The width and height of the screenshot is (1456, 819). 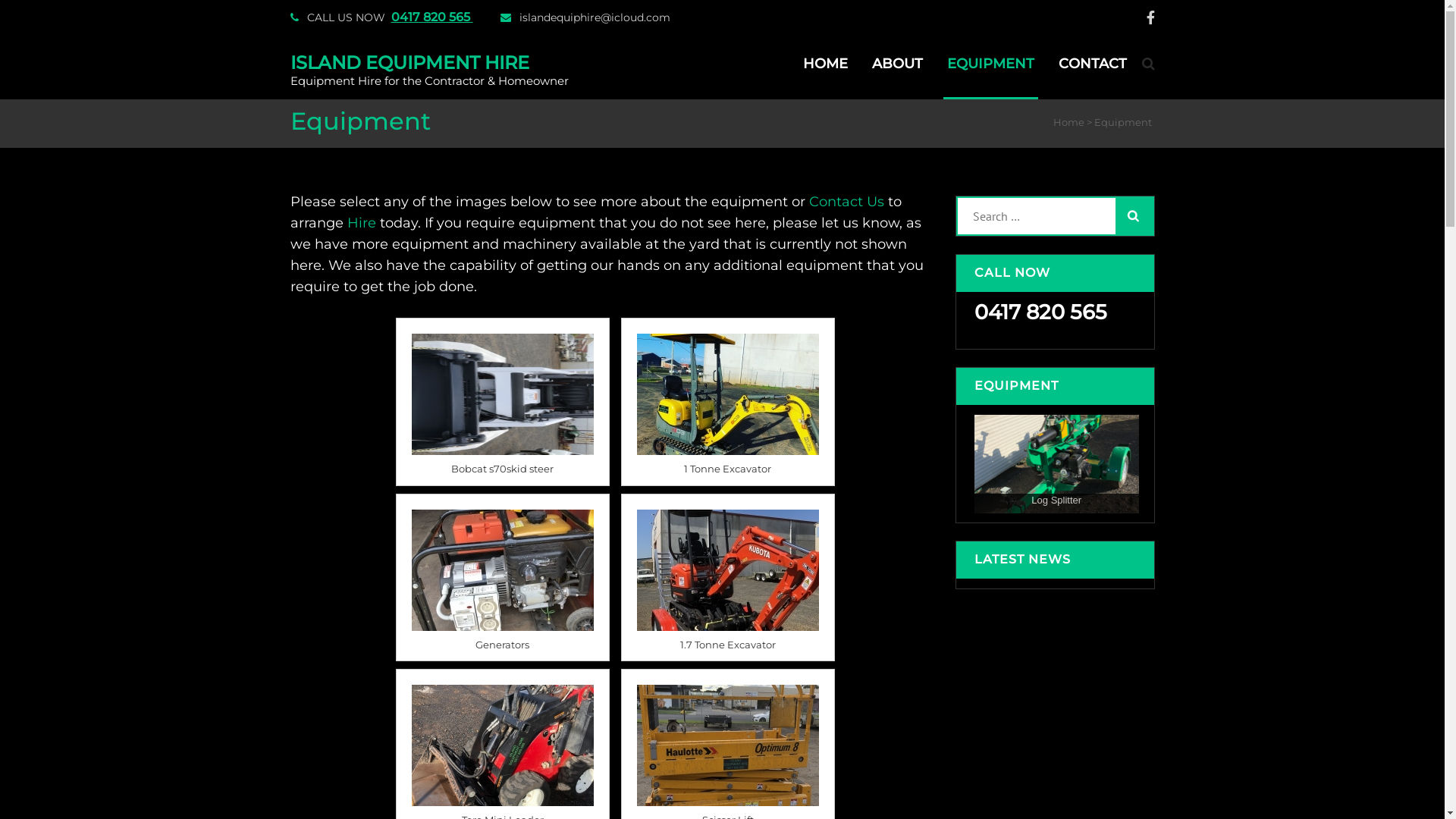 I want to click on '0417 820 565', so click(x=429, y=17).